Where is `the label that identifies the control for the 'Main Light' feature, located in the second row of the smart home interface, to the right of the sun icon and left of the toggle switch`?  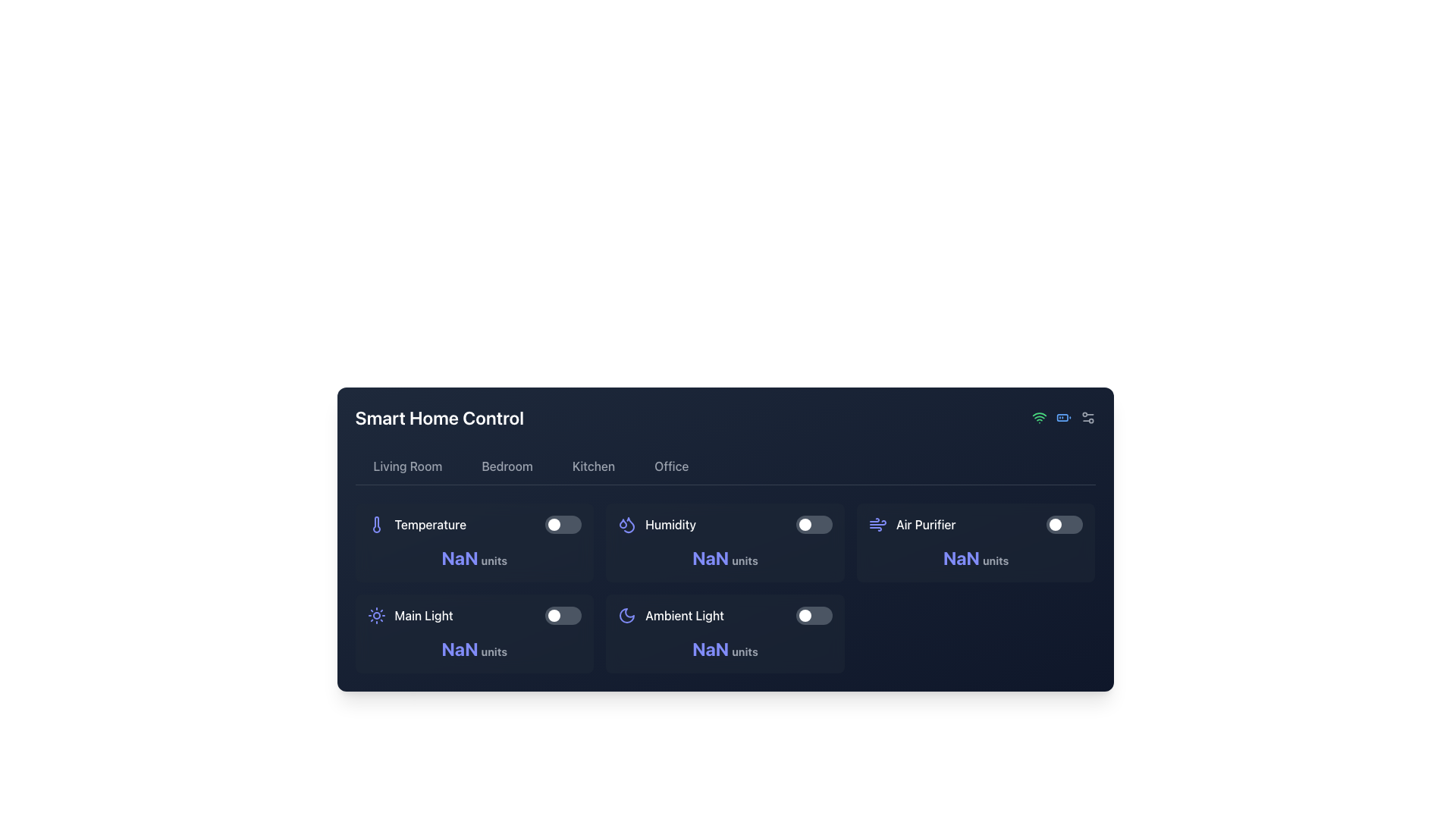
the label that identifies the control for the 'Main Light' feature, located in the second row of the smart home interface, to the right of the sun icon and left of the toggle switch is located at coordinates (424, 616).